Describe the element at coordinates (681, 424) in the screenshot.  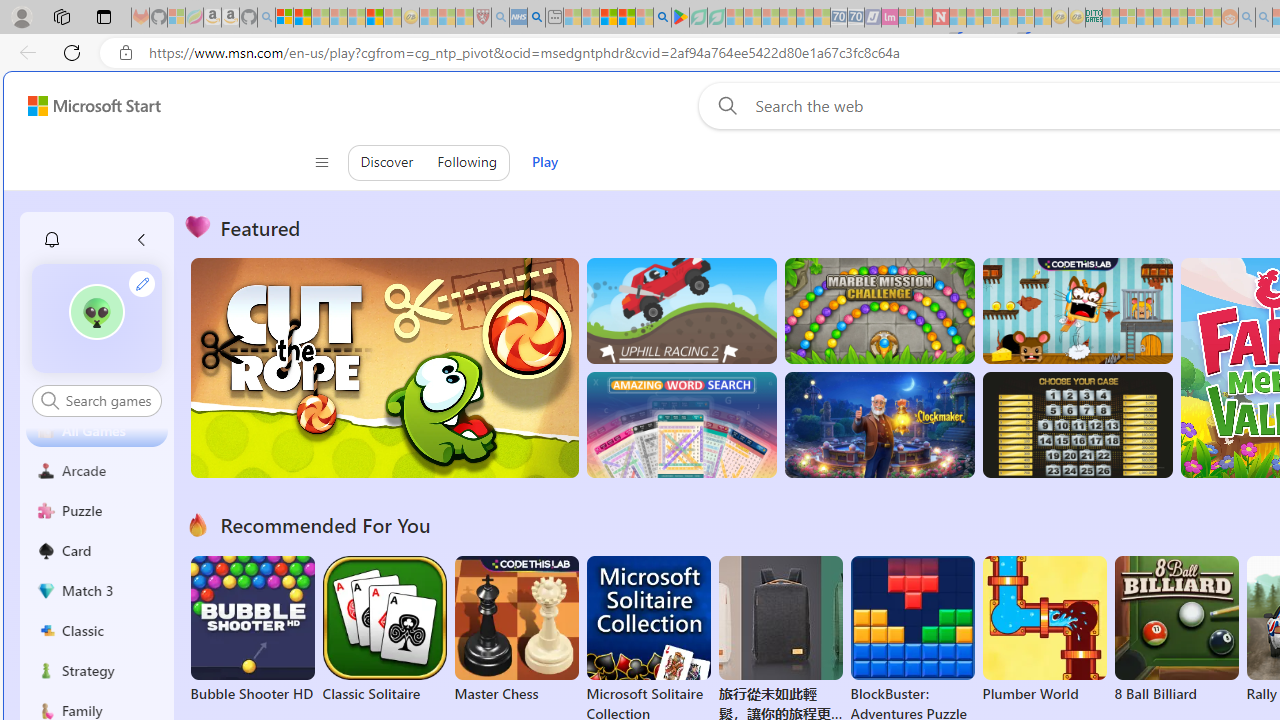
I see `'Amazing Word Search'` at that location.